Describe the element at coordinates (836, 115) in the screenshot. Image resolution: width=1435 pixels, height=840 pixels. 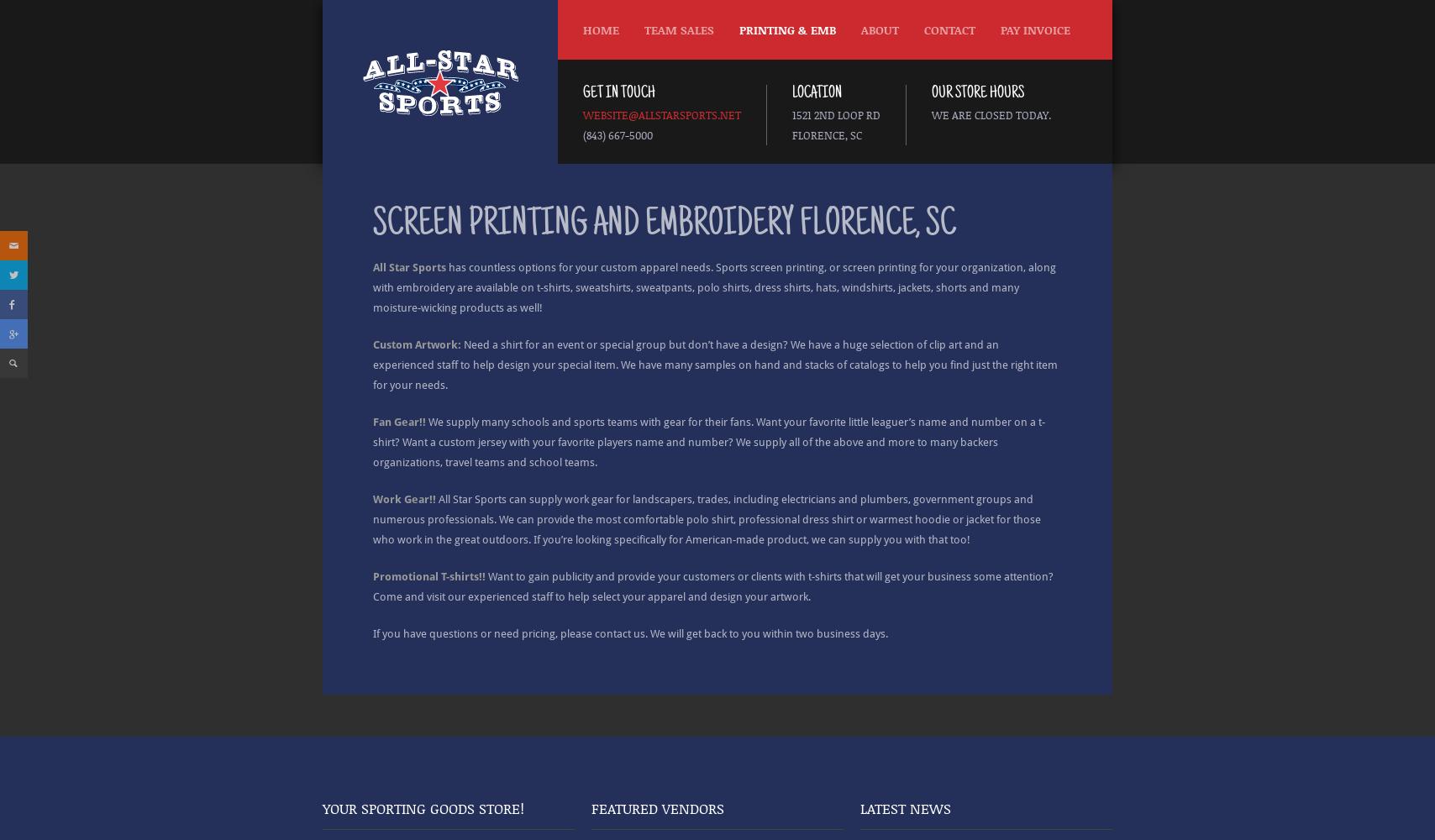
I see `'1521 2nd Loop Rd'` at that location.